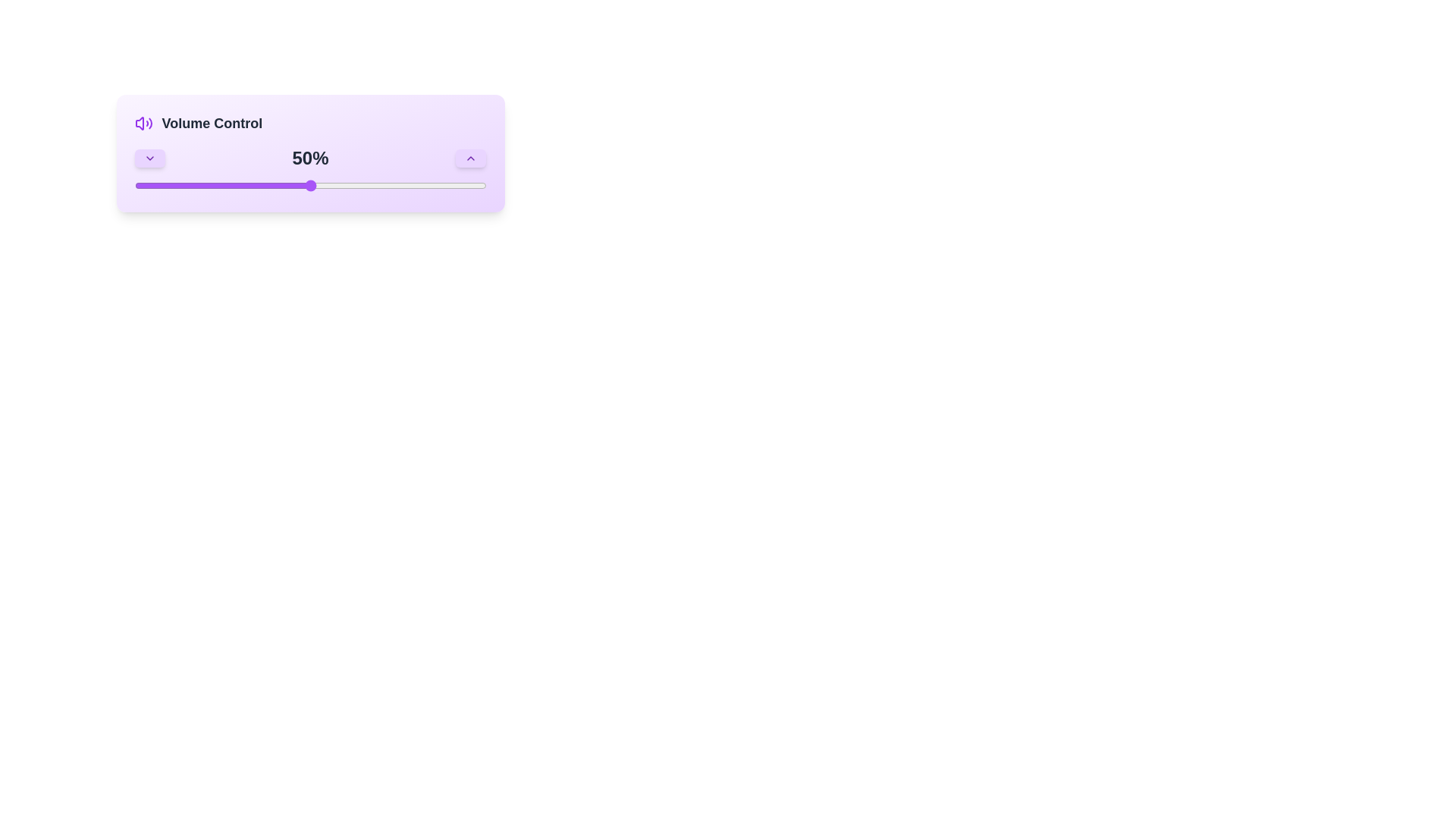  I want to click on the volume slider, so click(381, 185).